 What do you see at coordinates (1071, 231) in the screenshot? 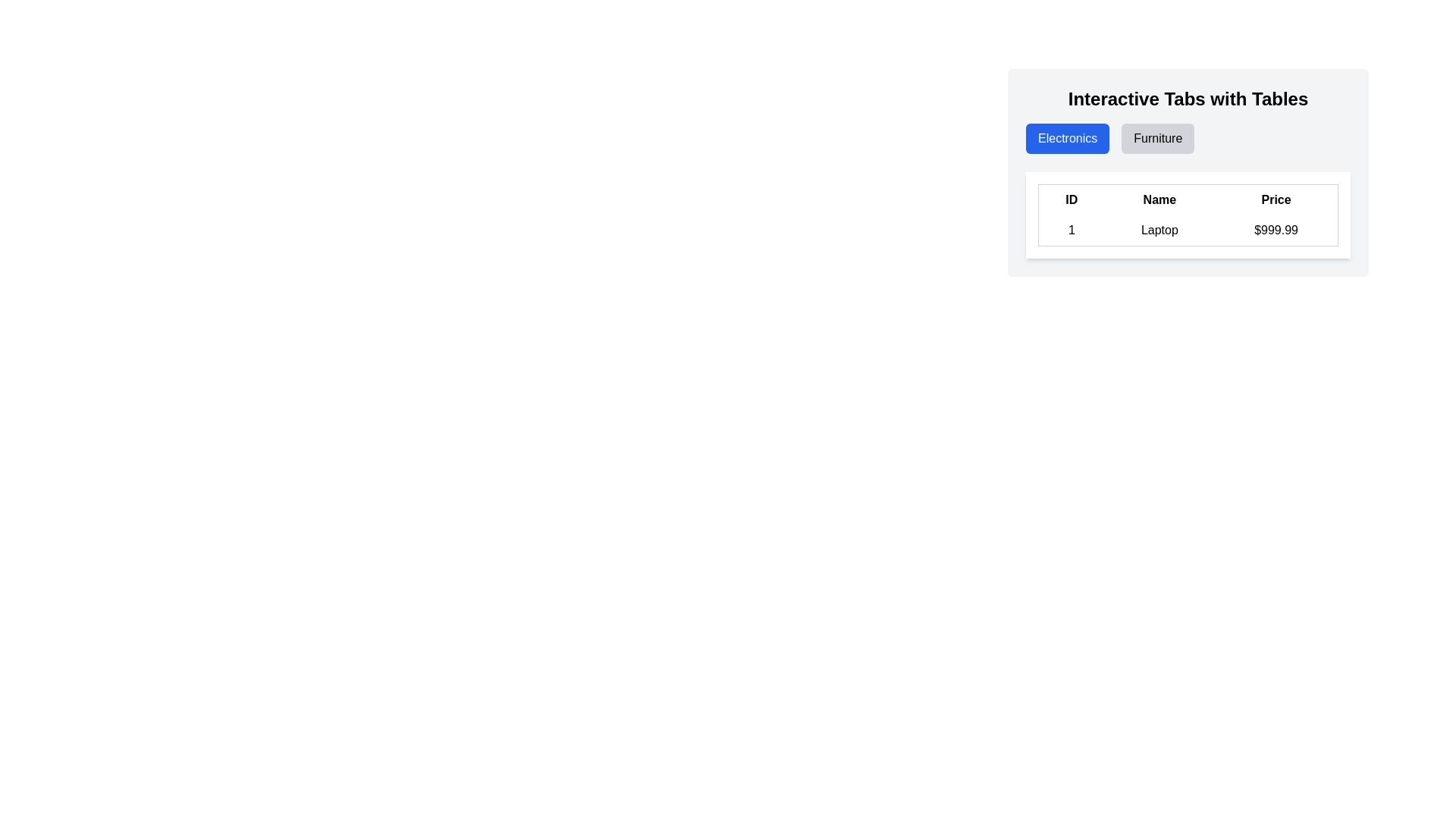
I see `the text label '1' in the 'ID' column of the table under the 'Interactive Tabs with Tables' header` at bounding box center [1071, 231].